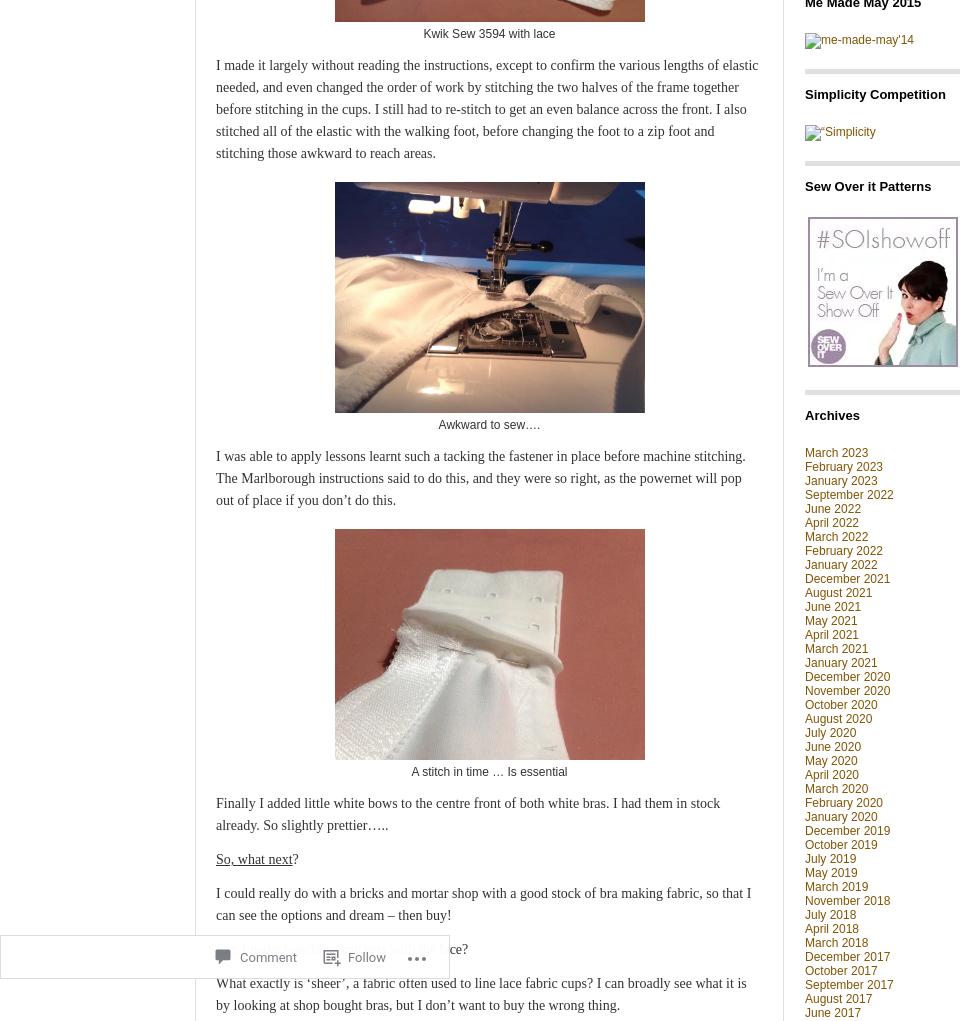  I want to click on 'Finally I added little white bows to the centre front of both white bras. I had them in stock already. So slightly prettier…..', so click(215, 813).